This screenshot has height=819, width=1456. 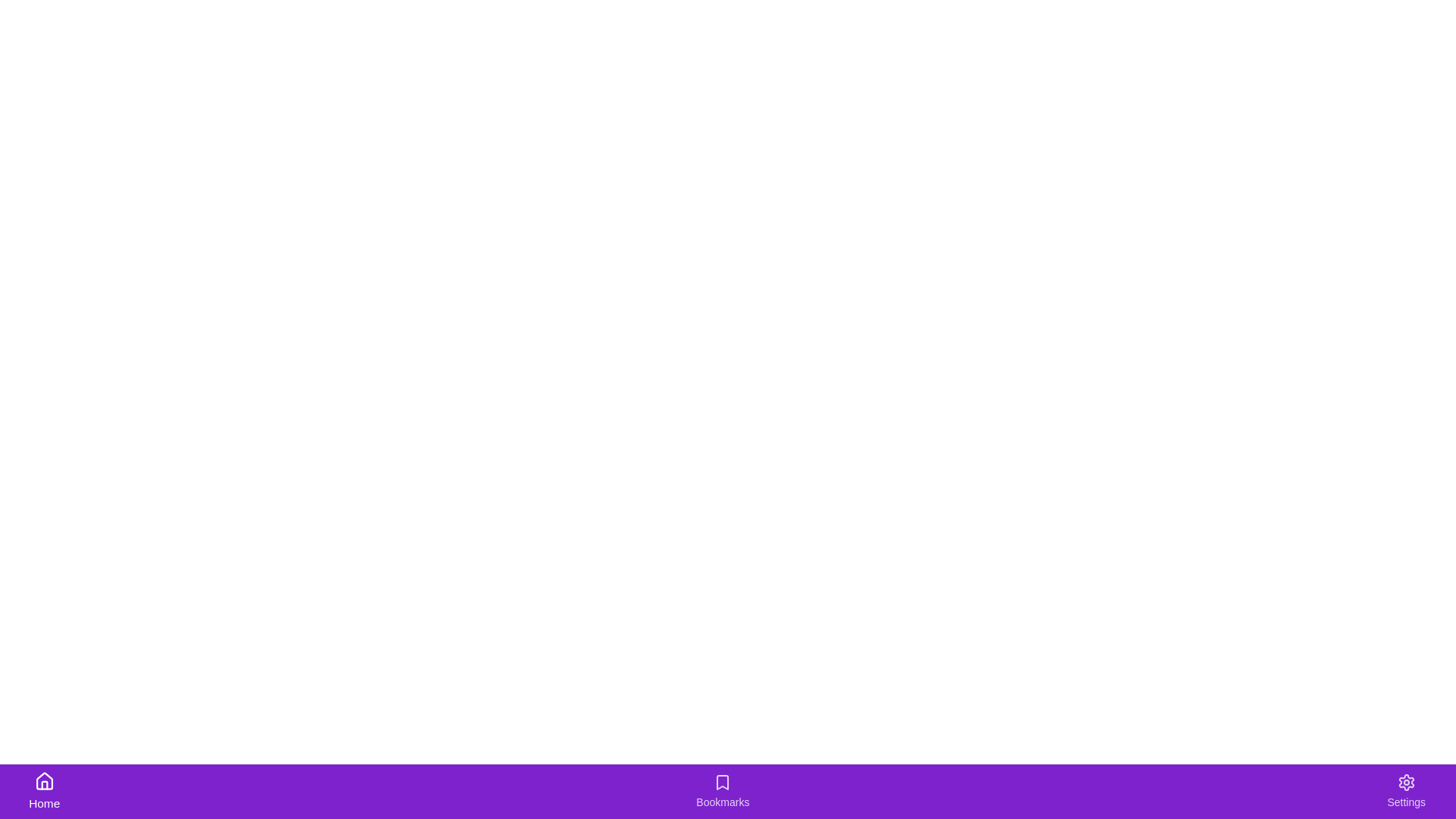 What do you see at coordinates (43, 791) in the screenshot?
I see `the Home tab to observe its hover effects` at bounding box center [43, 791].